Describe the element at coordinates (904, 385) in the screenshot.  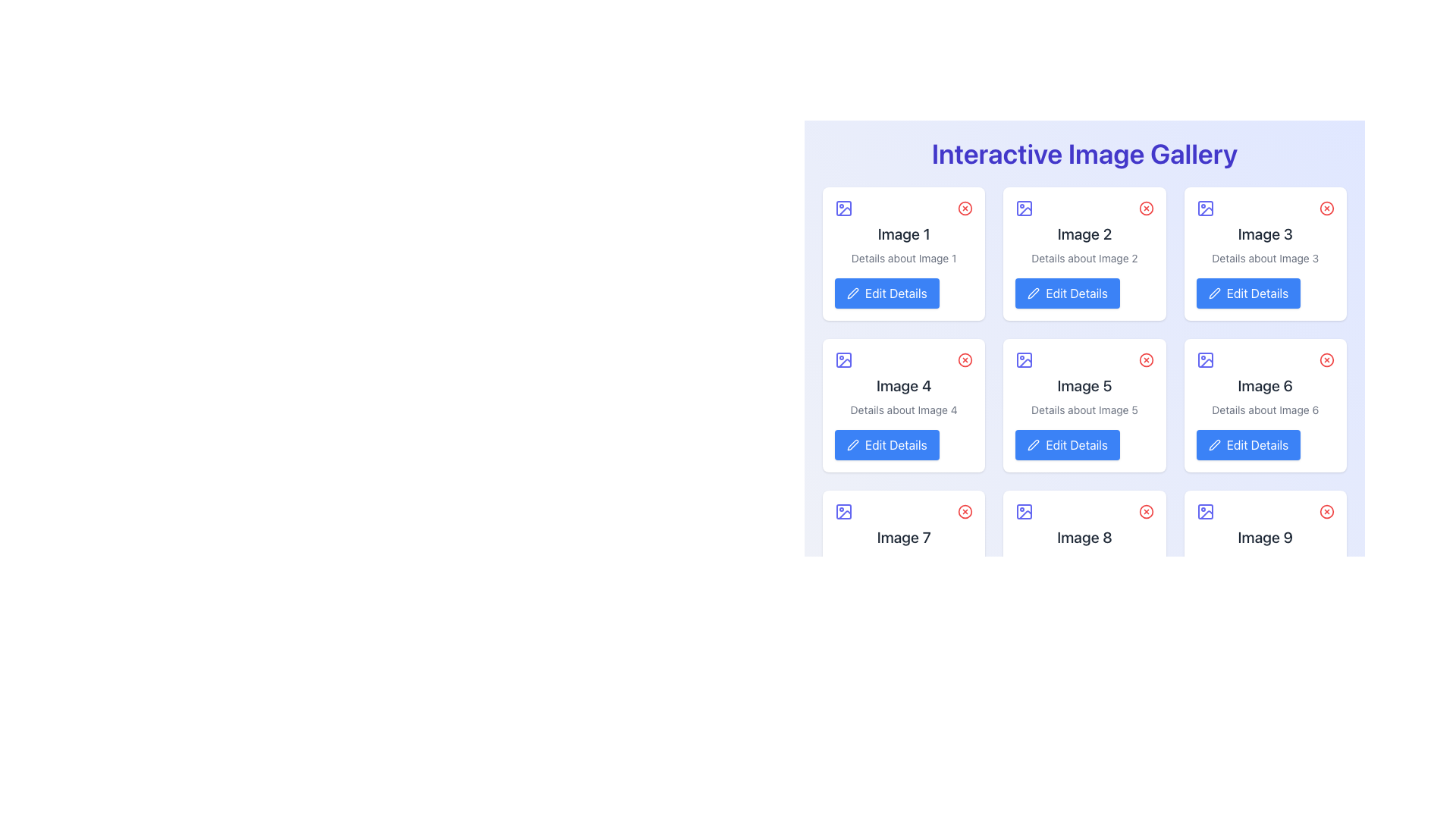
I see `the static text label 'Image 4' that identifies the corresponding card for image 4, located in the center of the first card in the second row of the grid` at that location.